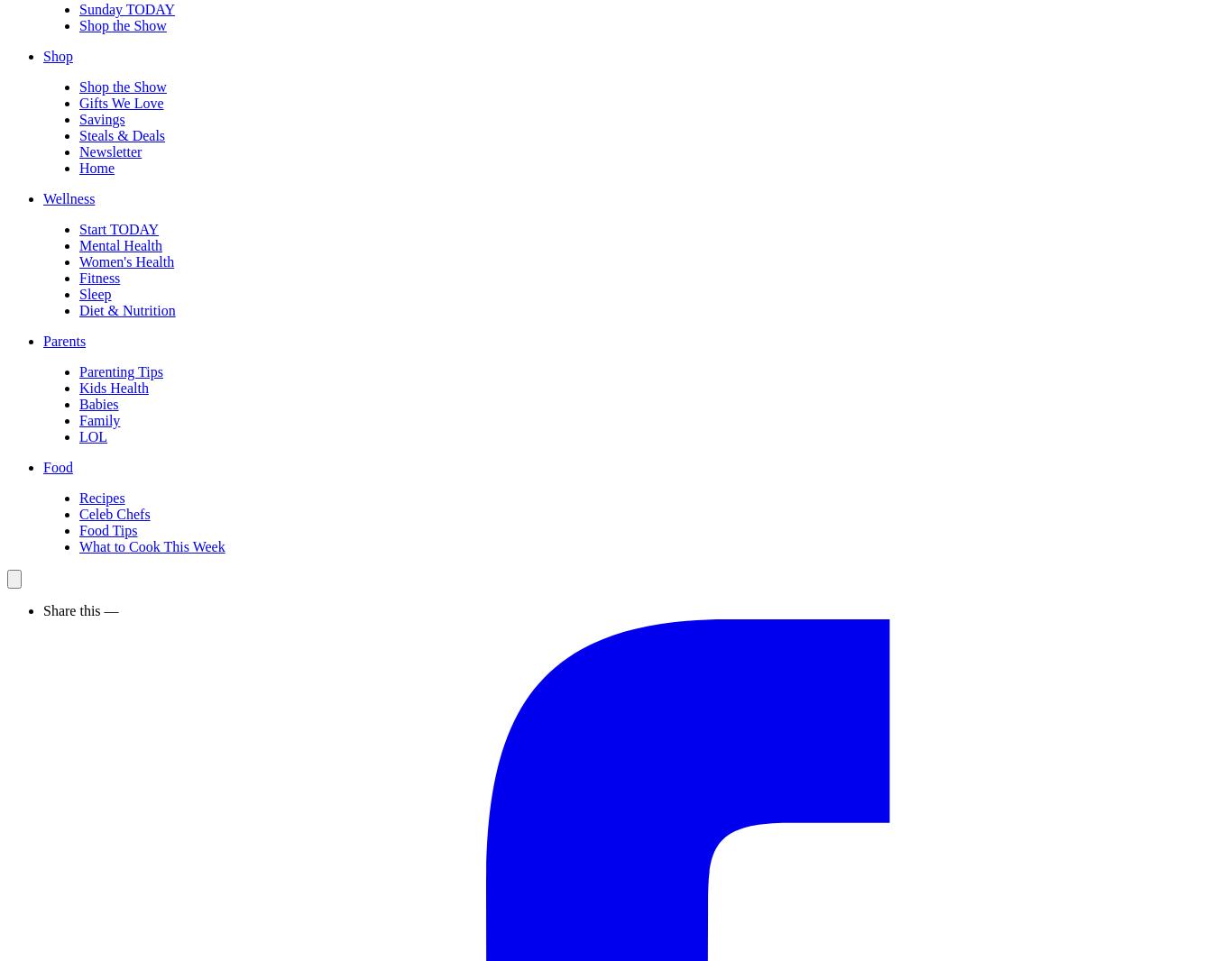  What do you see at coordinates (78, 388) in the screenshot?
I see `'Kids Health'` at bounding box center [78, 388].